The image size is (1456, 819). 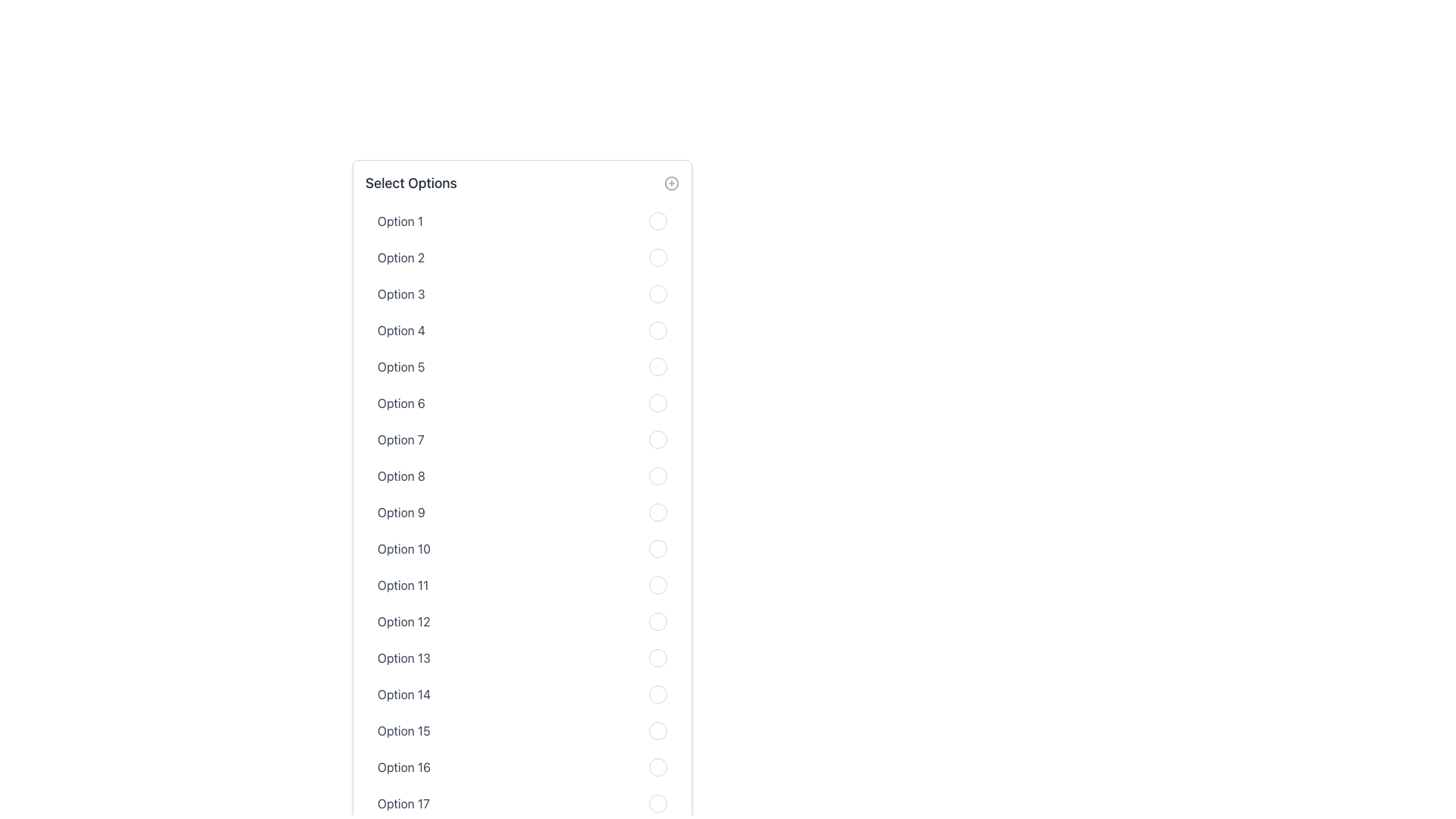 I want to click on the third selectable option in the vertical list, so click(x=522, y=294).